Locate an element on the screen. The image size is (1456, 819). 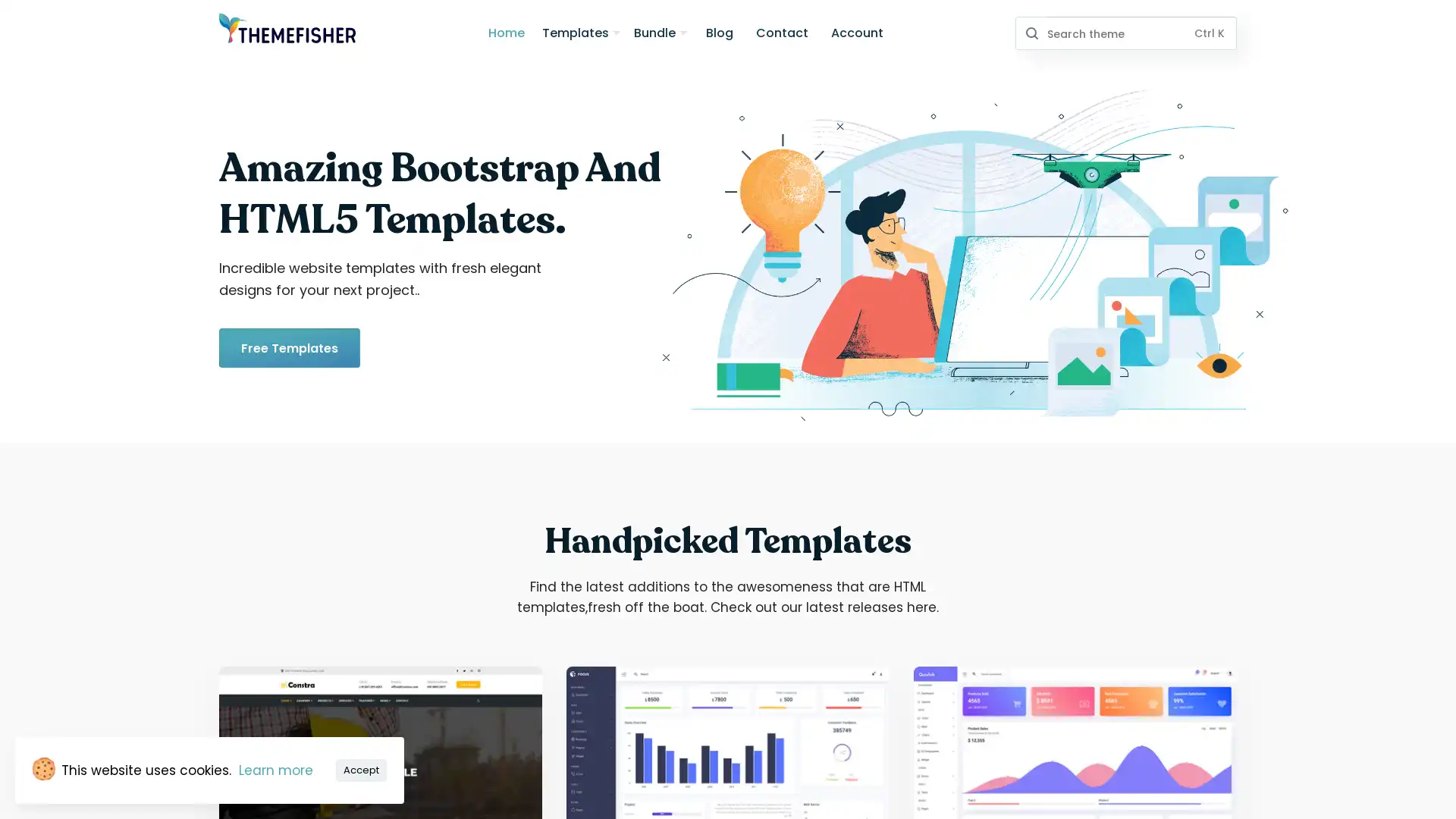
Search is located at coordinates (1031, 33).